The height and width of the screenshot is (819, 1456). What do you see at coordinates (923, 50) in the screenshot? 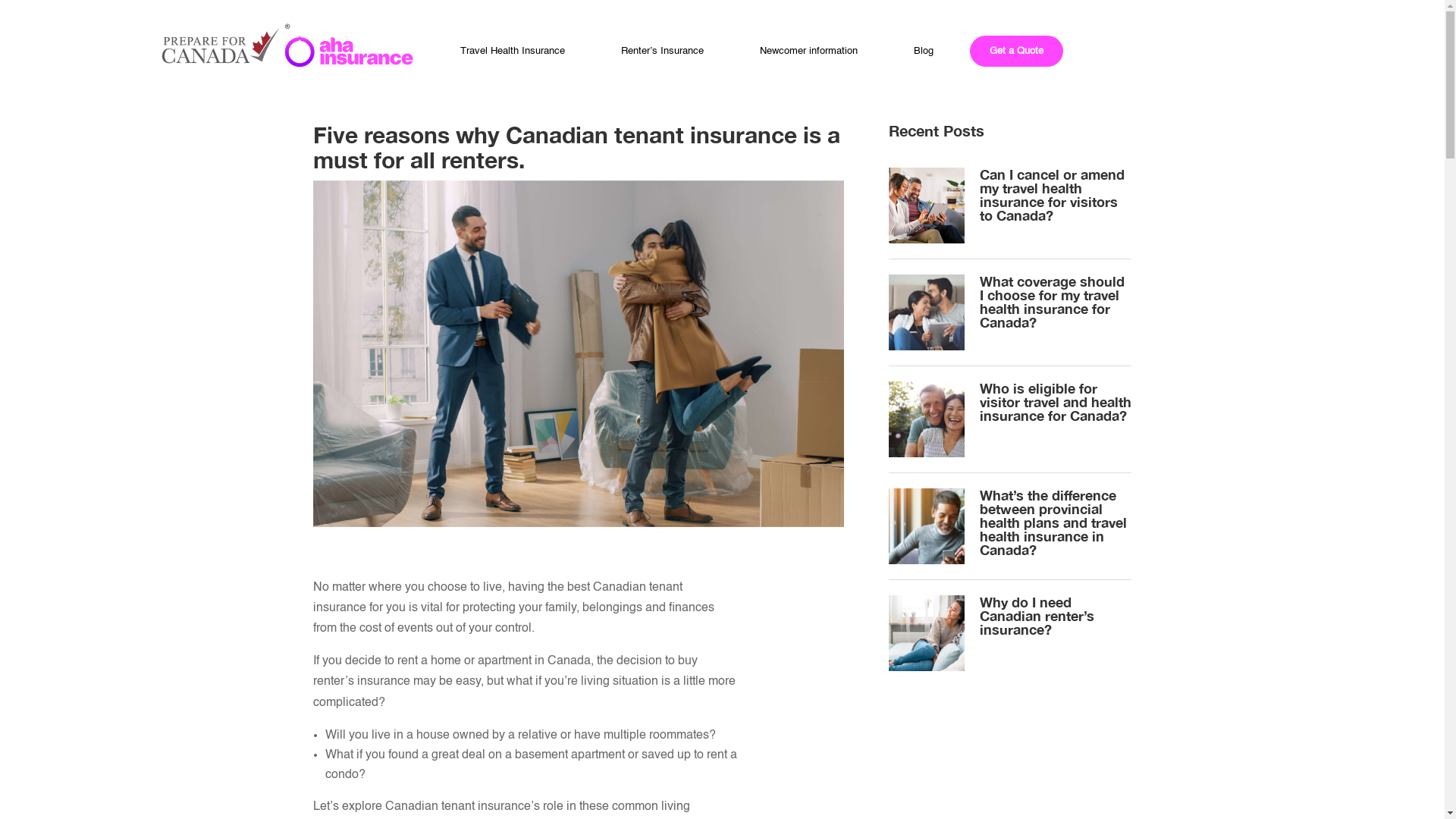
I see `'Blog'` at bounding box center [923, 50].